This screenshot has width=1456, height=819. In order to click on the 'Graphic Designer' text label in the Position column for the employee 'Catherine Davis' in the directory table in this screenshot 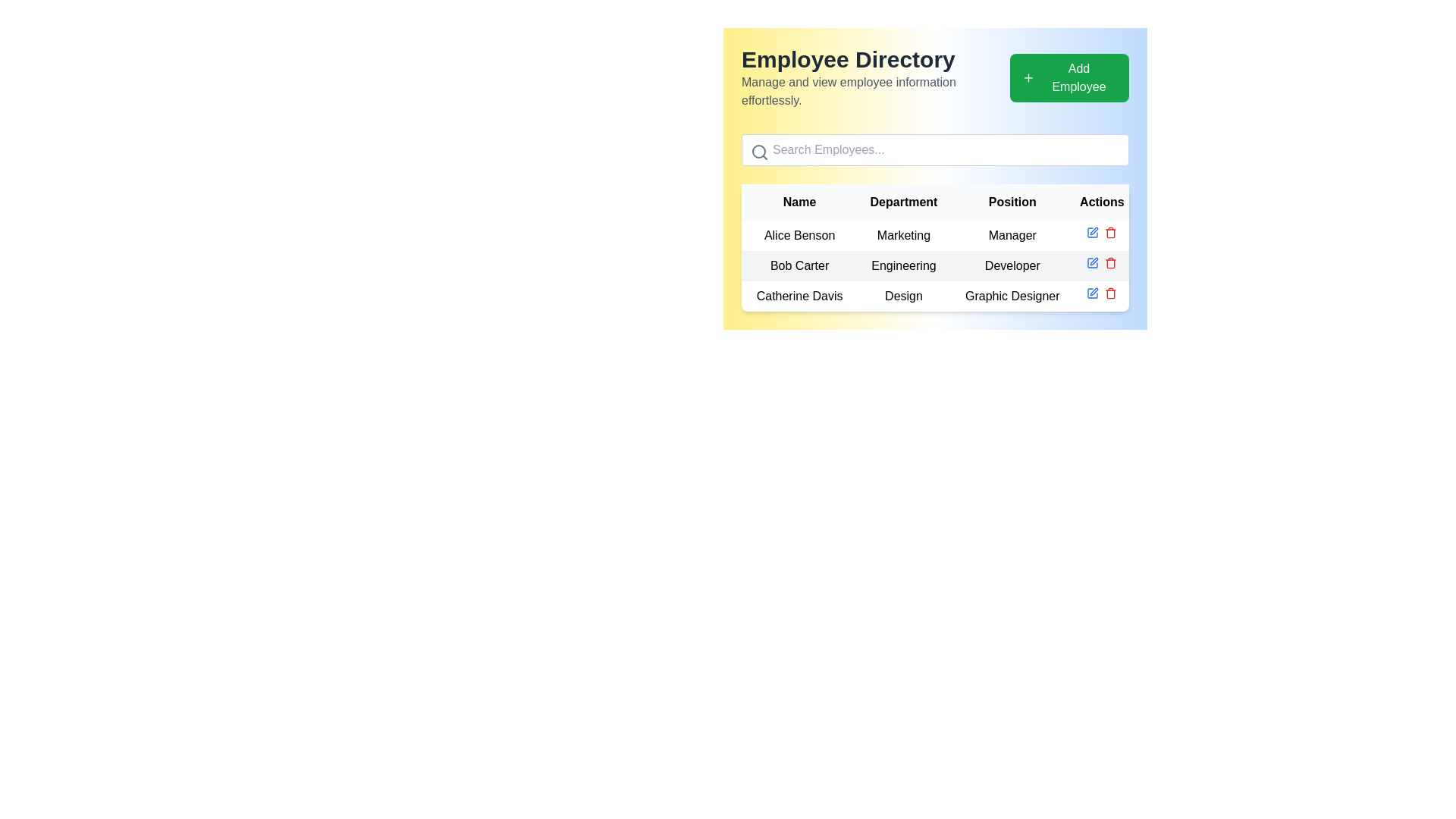, I will do `click(1012, 296)`.